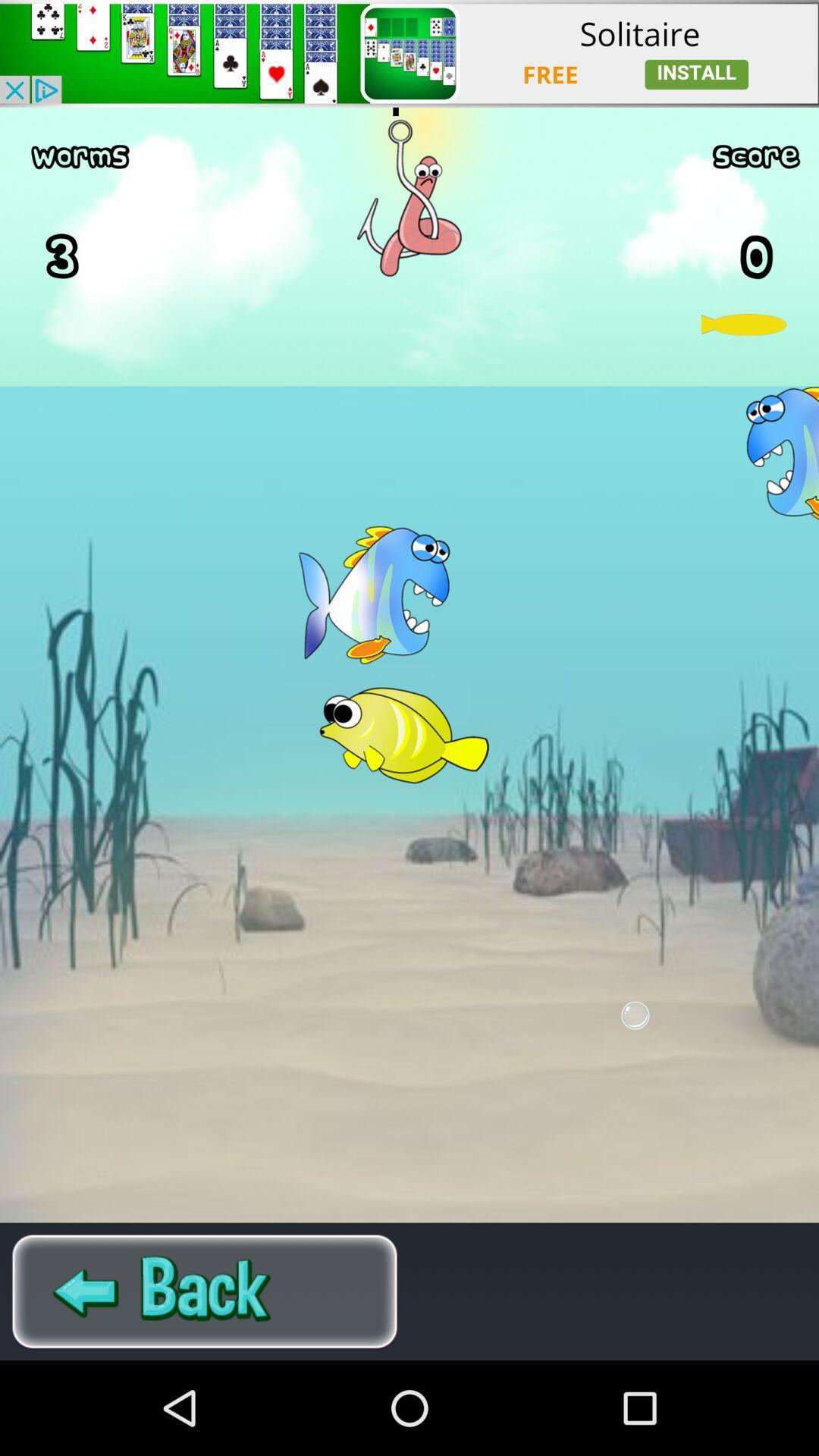 Image resolution: width=819 pixels, height=1456 pixels. I want to click on previous page, so click(205, 1291).